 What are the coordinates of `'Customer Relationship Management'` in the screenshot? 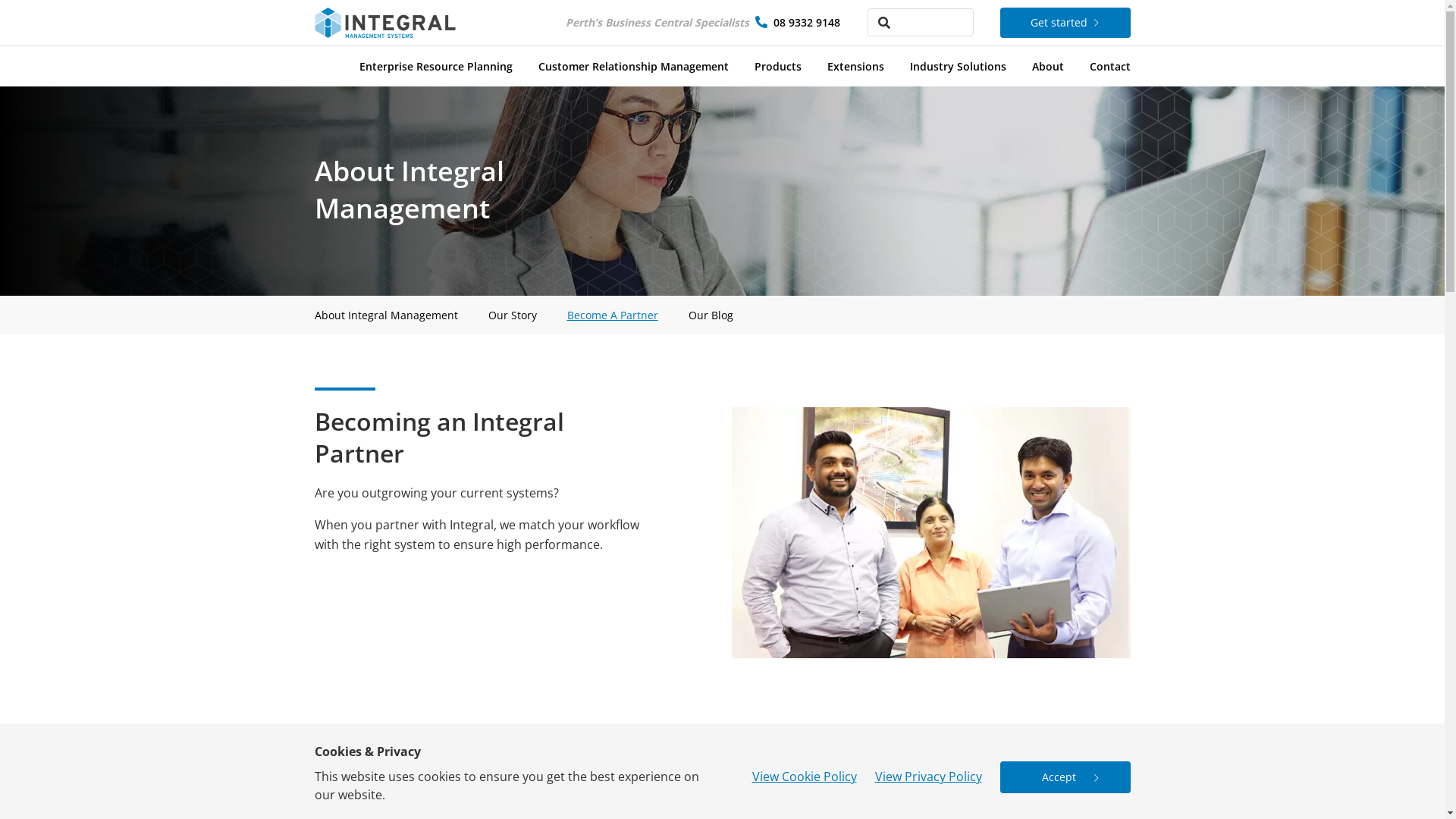 It's located at (633, 62).